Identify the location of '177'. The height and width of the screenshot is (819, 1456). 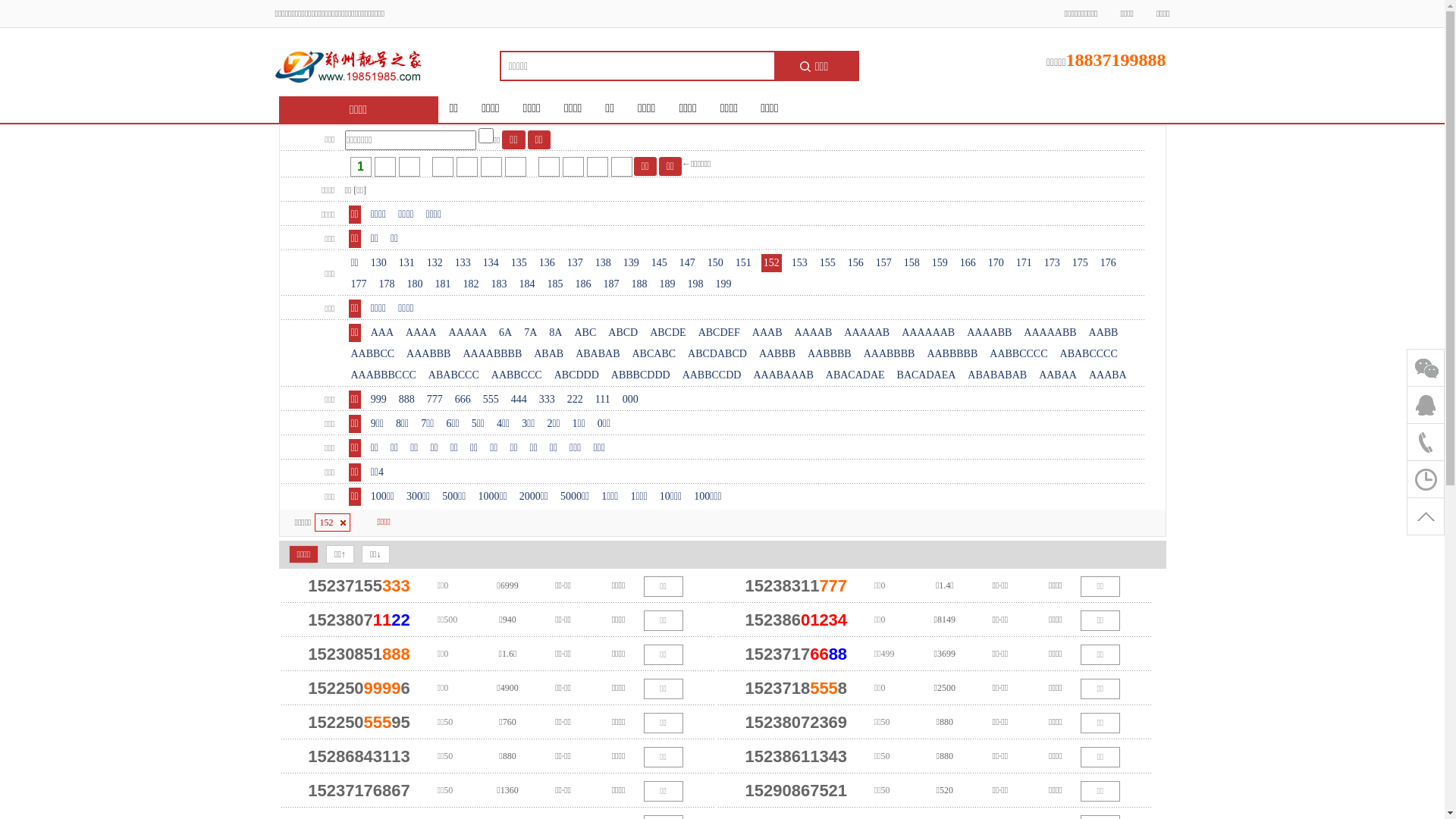
(348, 284).